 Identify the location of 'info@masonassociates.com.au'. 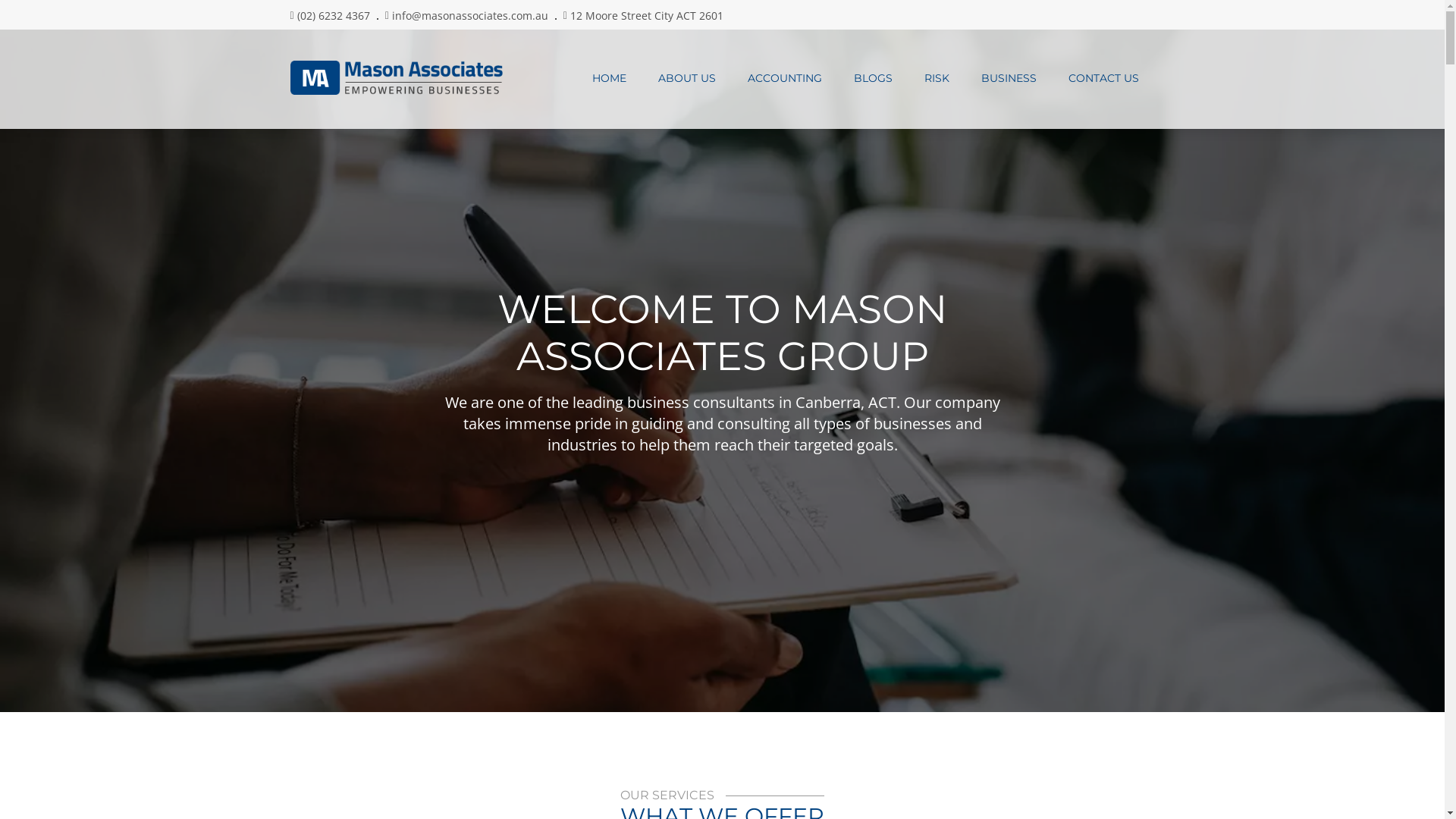
(469, 15).